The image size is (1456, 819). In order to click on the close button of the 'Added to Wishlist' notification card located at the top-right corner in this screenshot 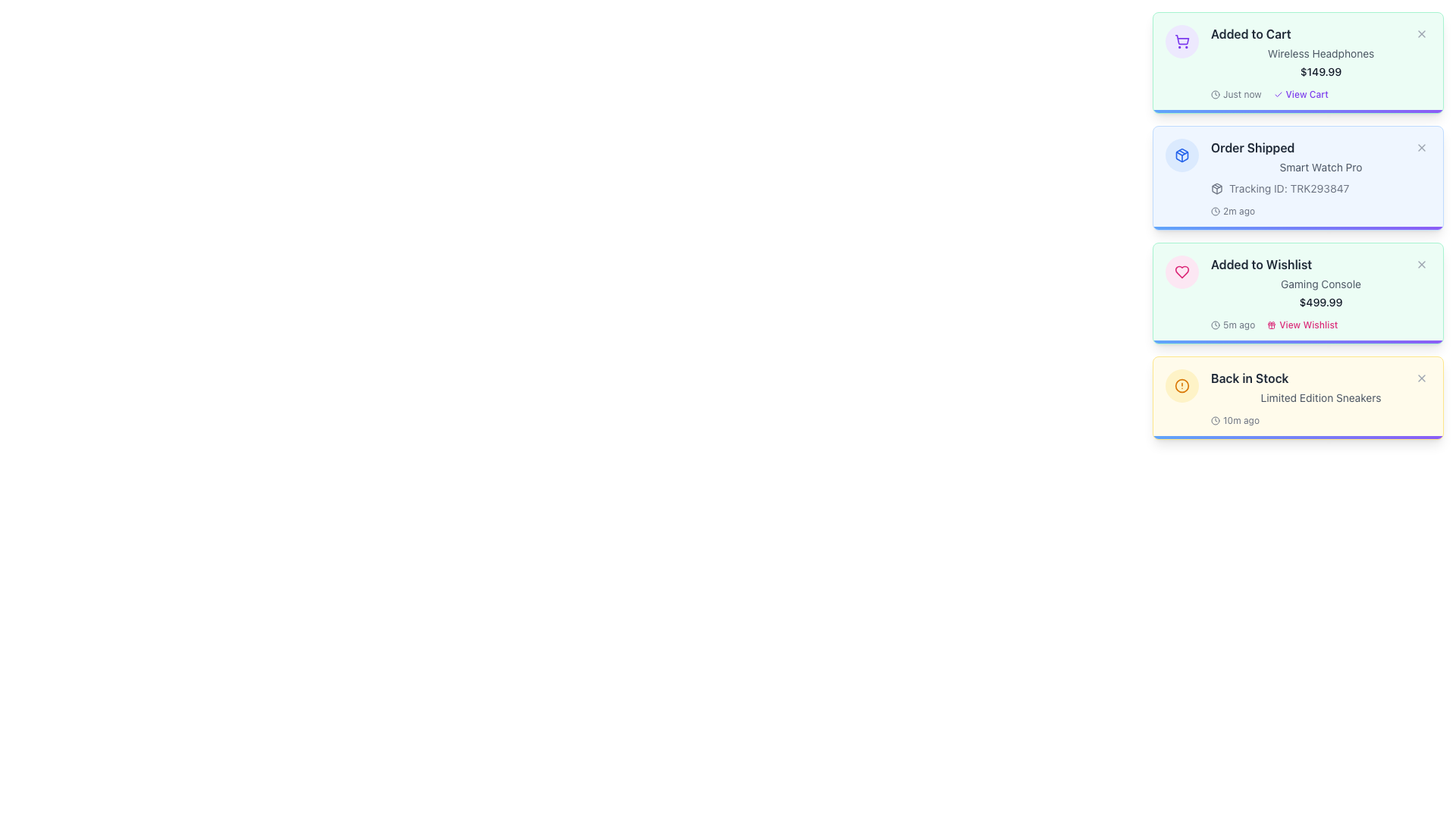, I will do `click(1421, 263)`.